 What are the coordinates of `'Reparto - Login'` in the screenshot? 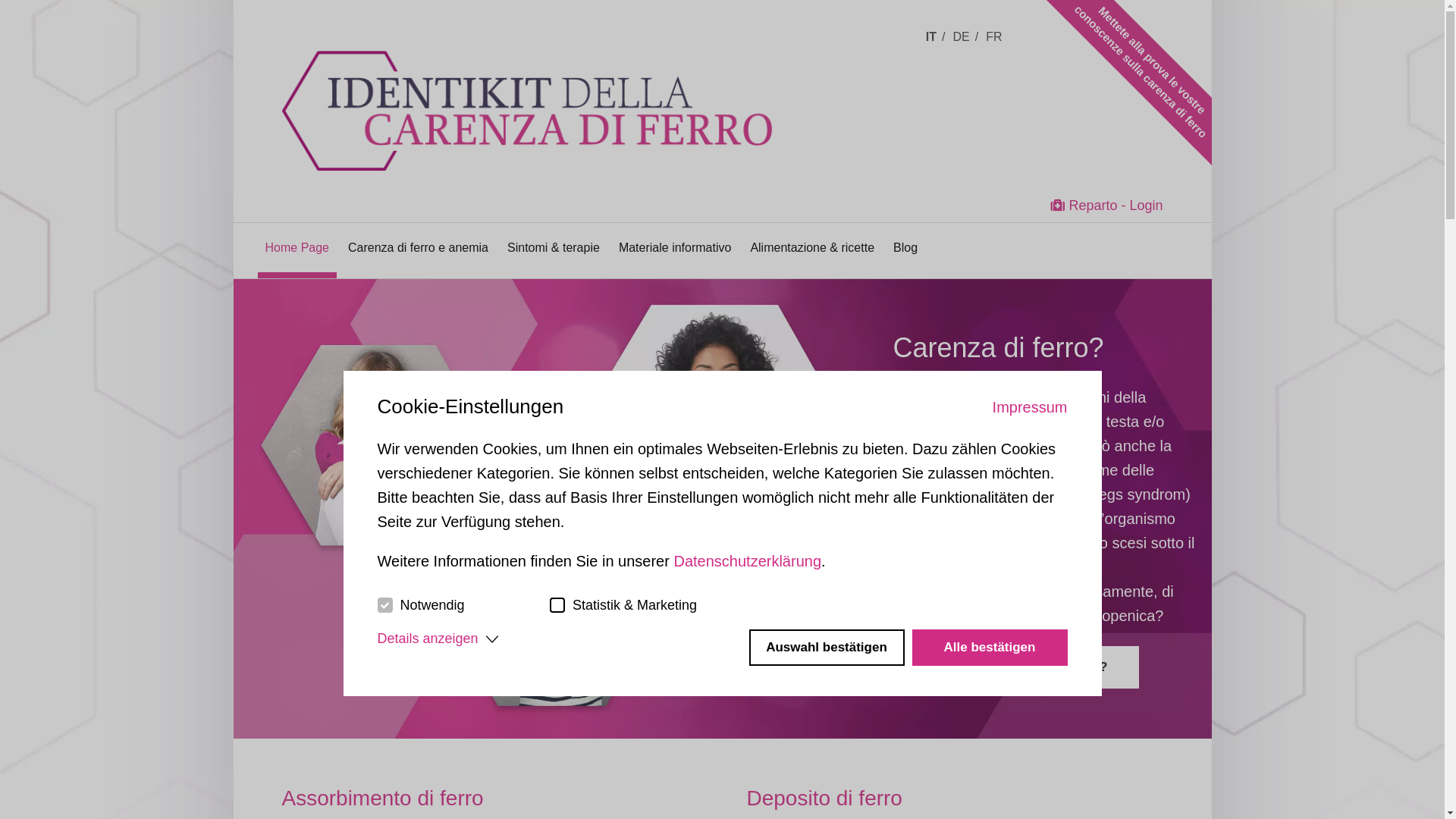 It's located at (1106, 205).